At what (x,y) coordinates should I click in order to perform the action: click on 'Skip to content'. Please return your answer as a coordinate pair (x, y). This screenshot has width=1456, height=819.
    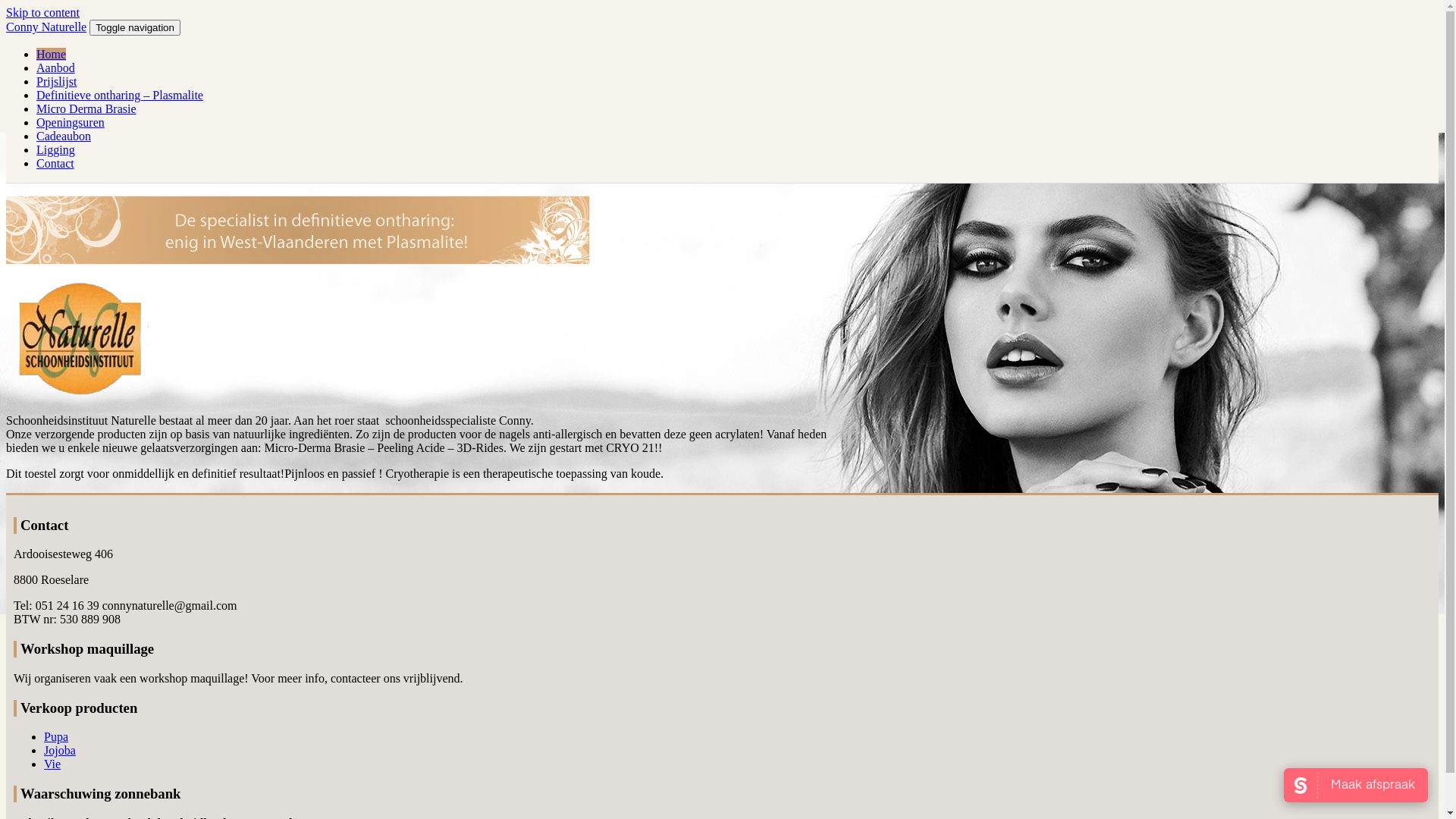
    Looking at the image, I should click on (42, 12).